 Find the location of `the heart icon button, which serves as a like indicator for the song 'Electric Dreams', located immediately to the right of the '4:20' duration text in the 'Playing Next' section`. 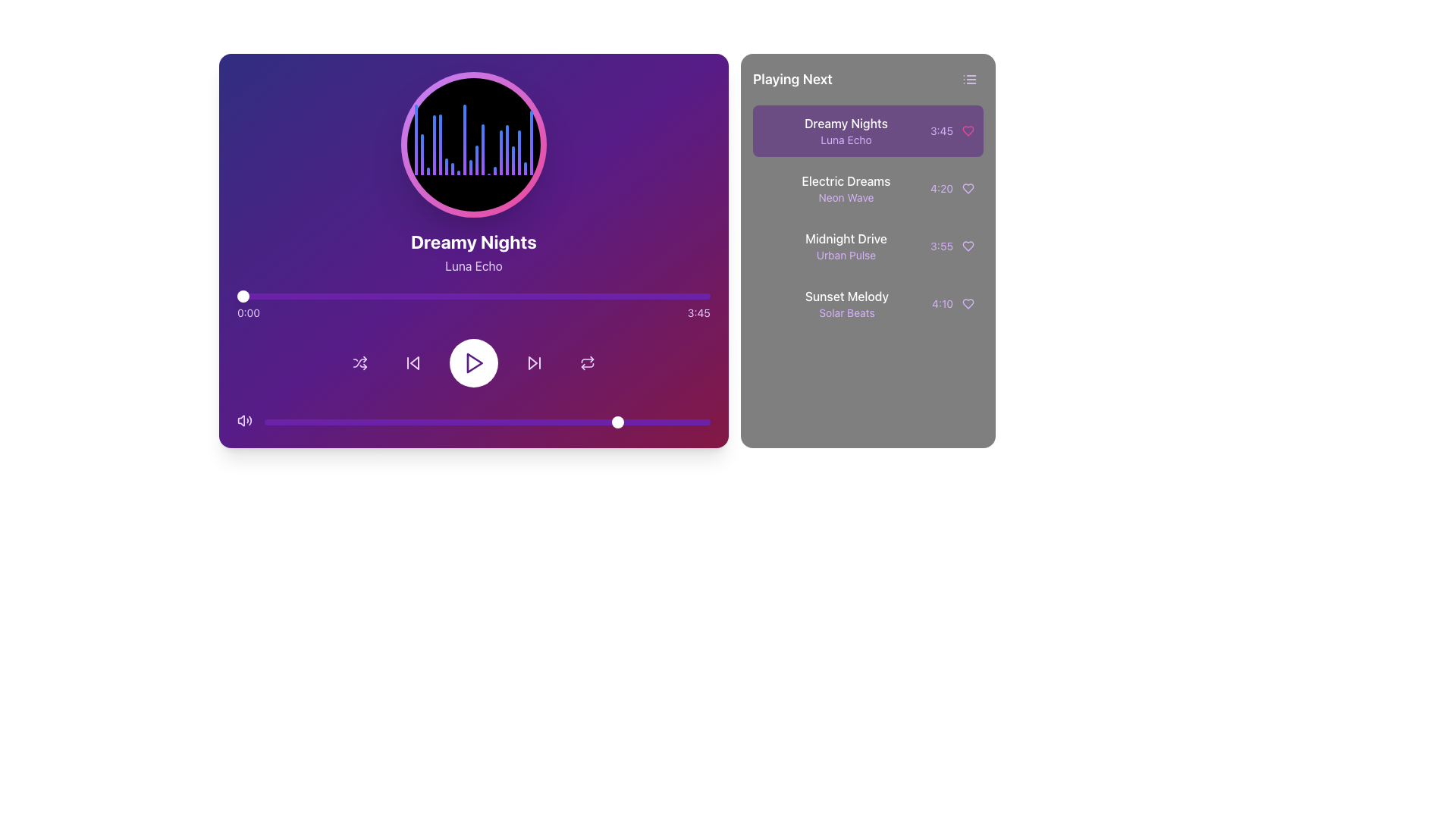

the heart icon button, which serves as a like indicator for the song 'Electric Dreams', located immediately to the right of the '4:20' duration text in the 'Playing Next' section is located at coordinates (967, 188).